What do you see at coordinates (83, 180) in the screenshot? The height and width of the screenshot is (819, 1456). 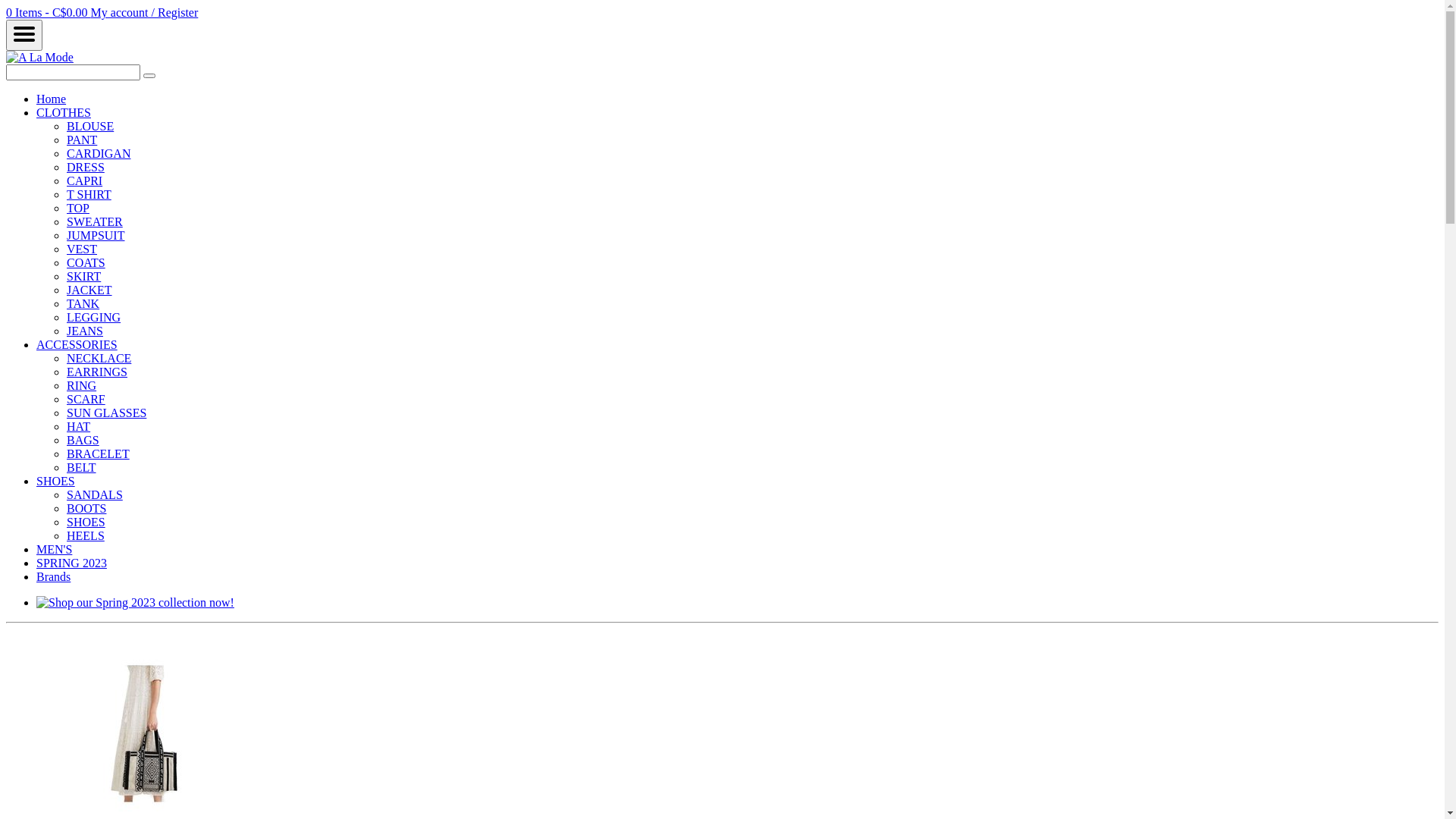 I see `'CAPRI'` at bounding box center [83, 180].